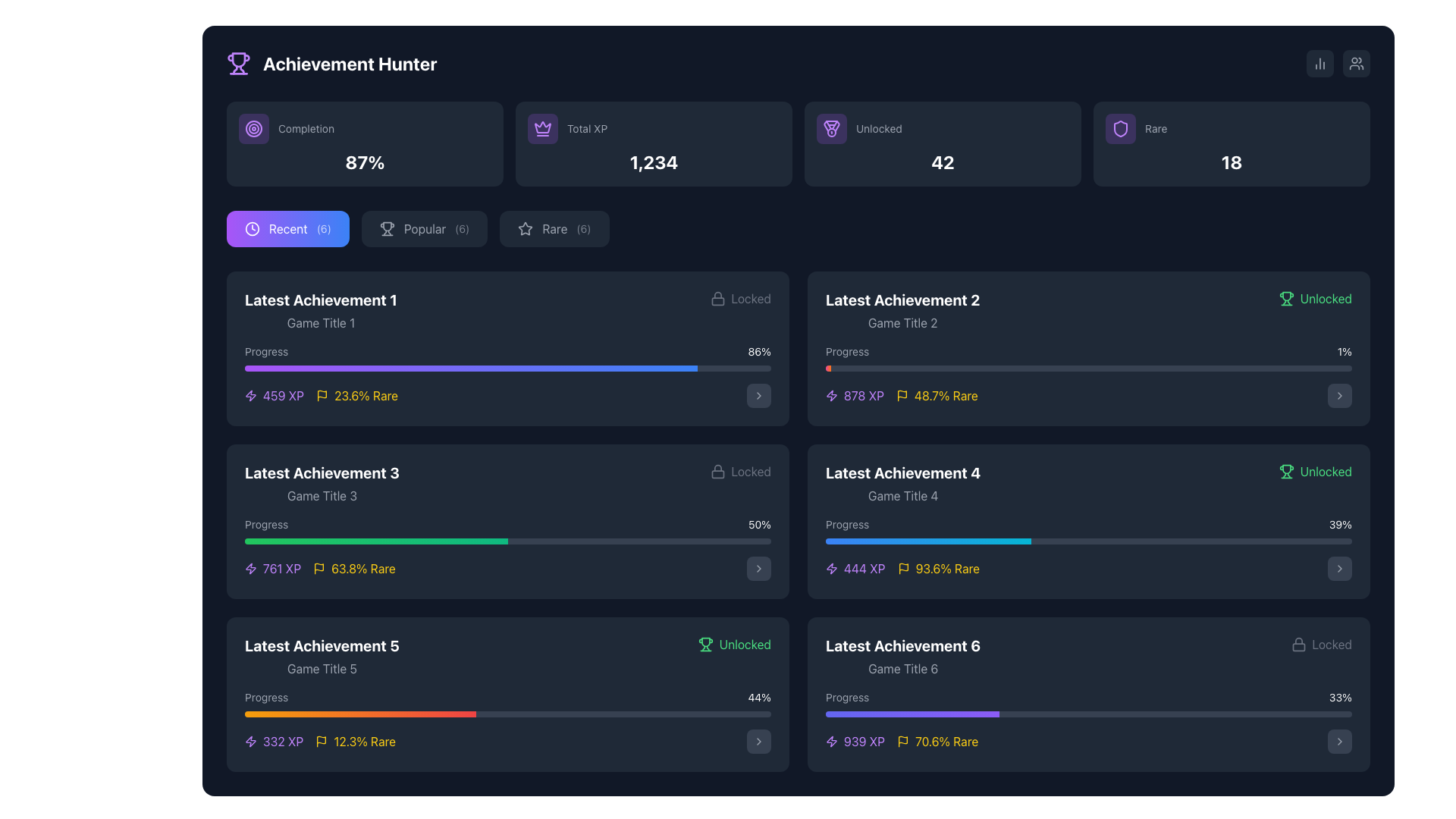  I want to click on the label displaying 'Total XP', which is styled in a small, light gray font and located to the right of a purple crown icon in the top row of the layout, so click(586, 127).